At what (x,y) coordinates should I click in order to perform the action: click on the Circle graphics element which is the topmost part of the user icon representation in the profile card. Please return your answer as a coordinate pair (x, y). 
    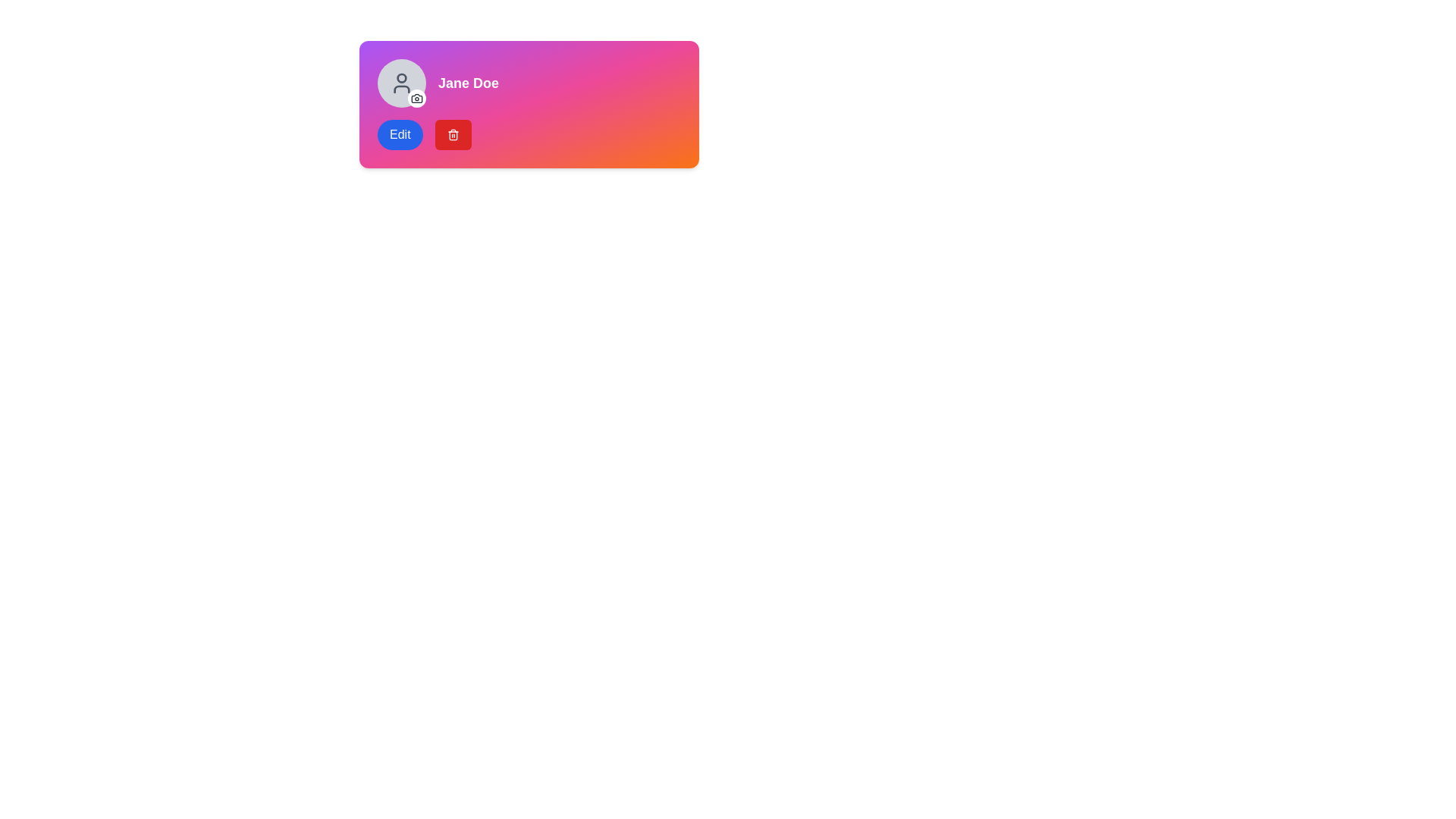
    Looking at the image, I should click on (401, 78).